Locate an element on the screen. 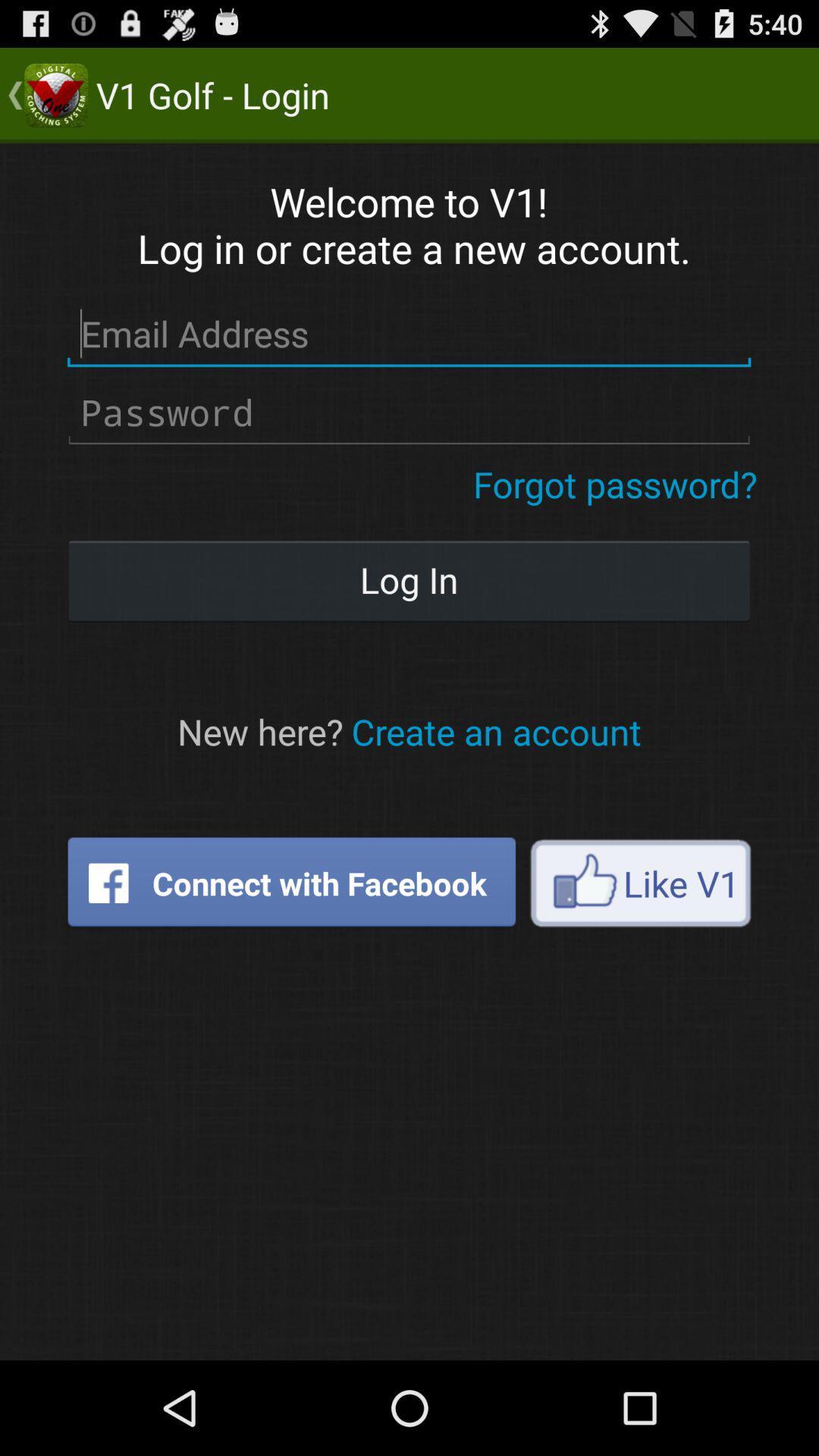 This screenshot has height=1456, width=819. the connect with facebook is located at coordinates (291, 883).